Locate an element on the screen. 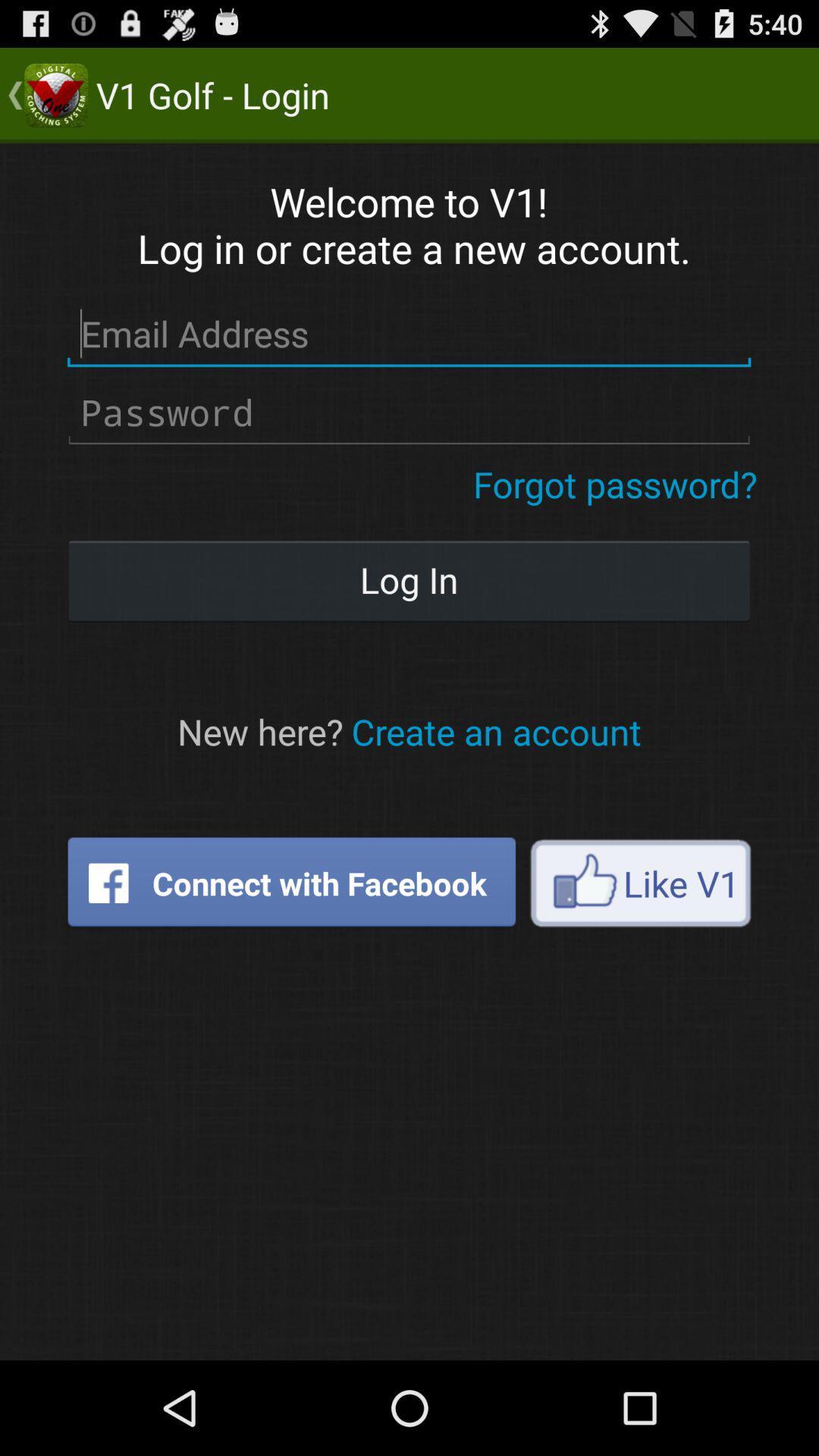 This screenshot has height=1456, width=819. the connect with facebook is located at coordinates (291, 883).